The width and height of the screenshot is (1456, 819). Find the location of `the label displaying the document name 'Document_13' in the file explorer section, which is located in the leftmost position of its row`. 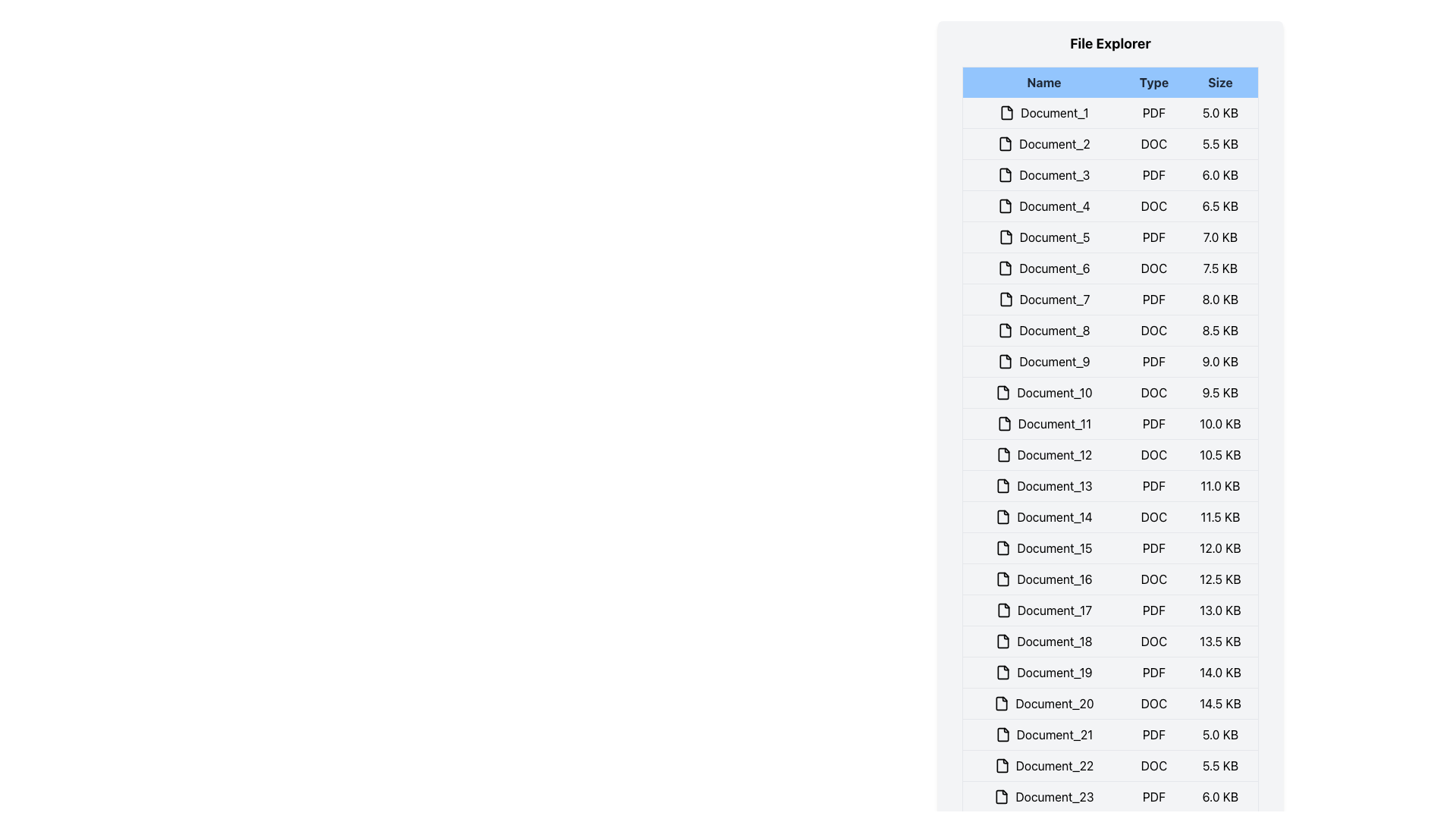

the label displaying the document name 'Document_13' in the file explorer section, which is located in the leftmost position of its row is located at coordinates (1043, 485).